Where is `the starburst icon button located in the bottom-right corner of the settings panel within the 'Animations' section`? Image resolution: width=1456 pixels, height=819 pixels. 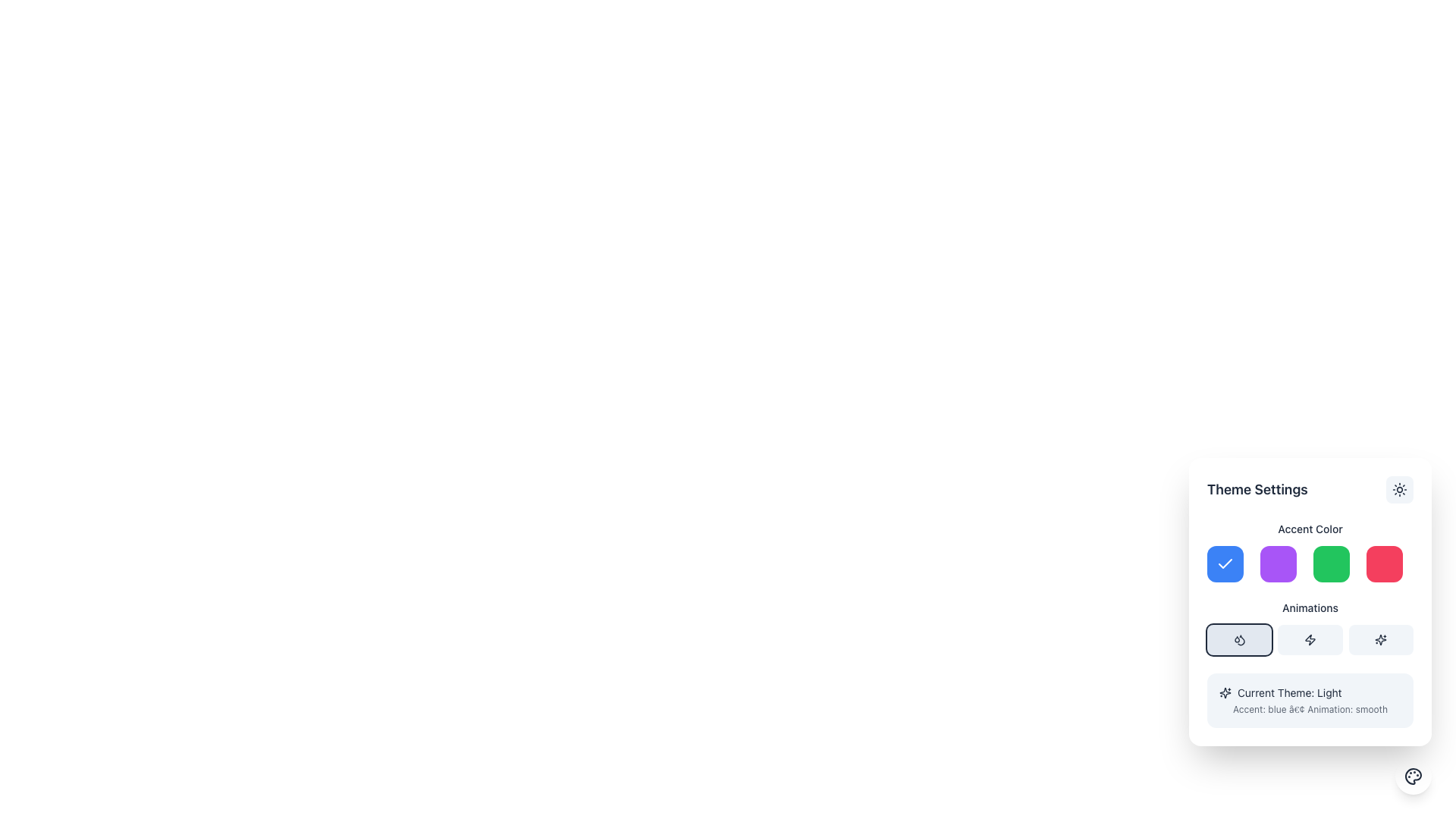
the starburst icon button located in the bottom-right corner of the settings panel within the 'Animations' section is located at coordinates (1381, 640).